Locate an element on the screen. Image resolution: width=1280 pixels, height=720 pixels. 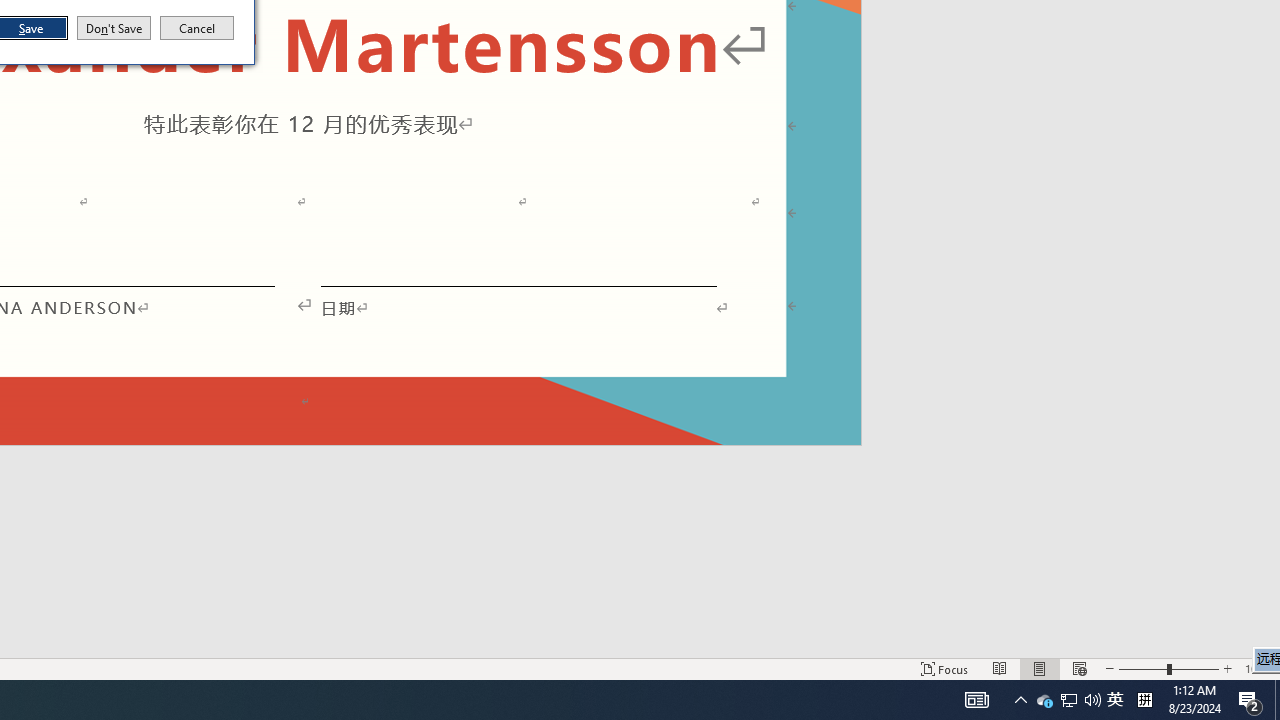
'Cancel' is located at coordinates (197, 28).